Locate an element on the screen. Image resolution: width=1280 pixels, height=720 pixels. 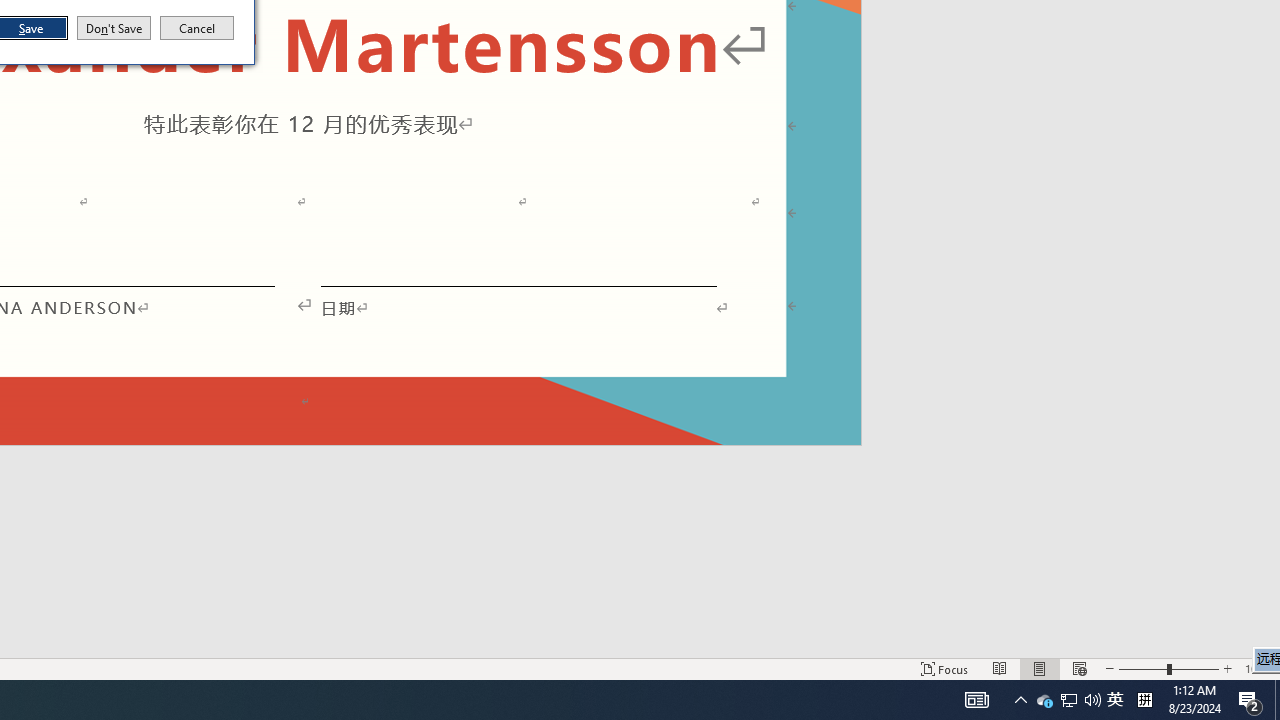
'Cancel' is located at coordinates (197, 28).